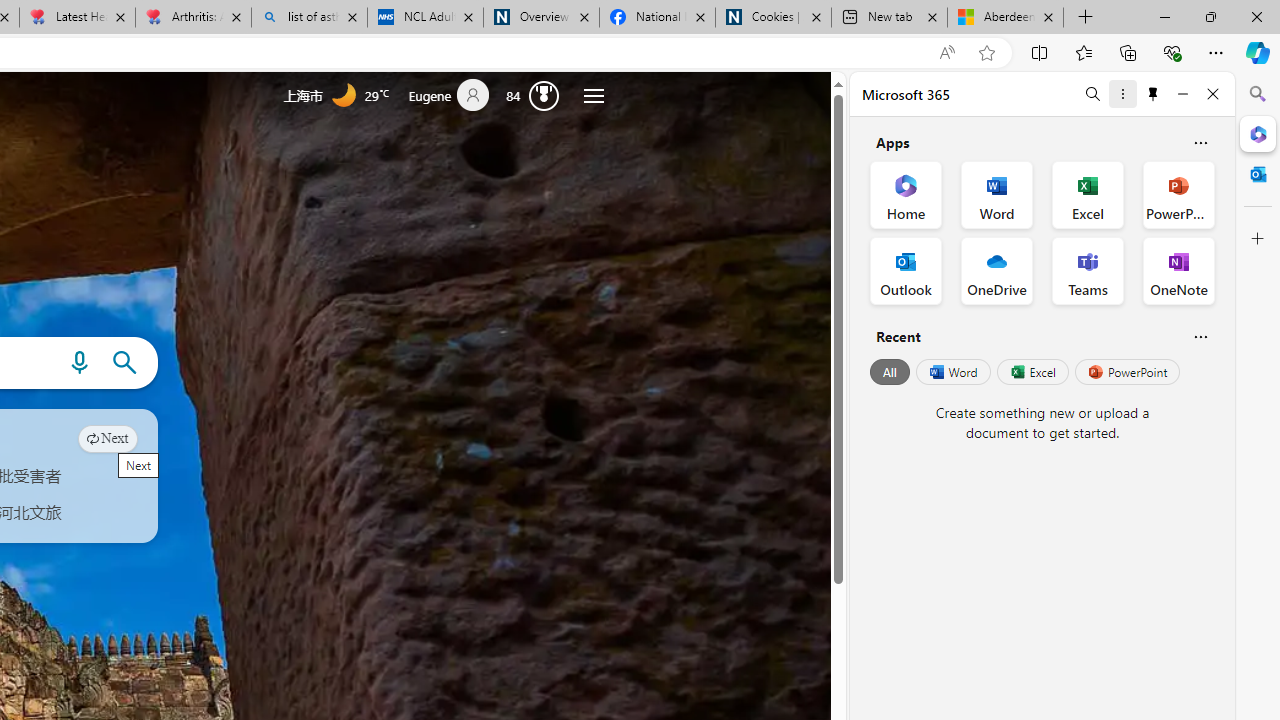 This screenshot has width=1280, height=720. Describe the element at coordinates (772, 17) in the screenshot. I see `'Cookies | About | NICE'` at that location.